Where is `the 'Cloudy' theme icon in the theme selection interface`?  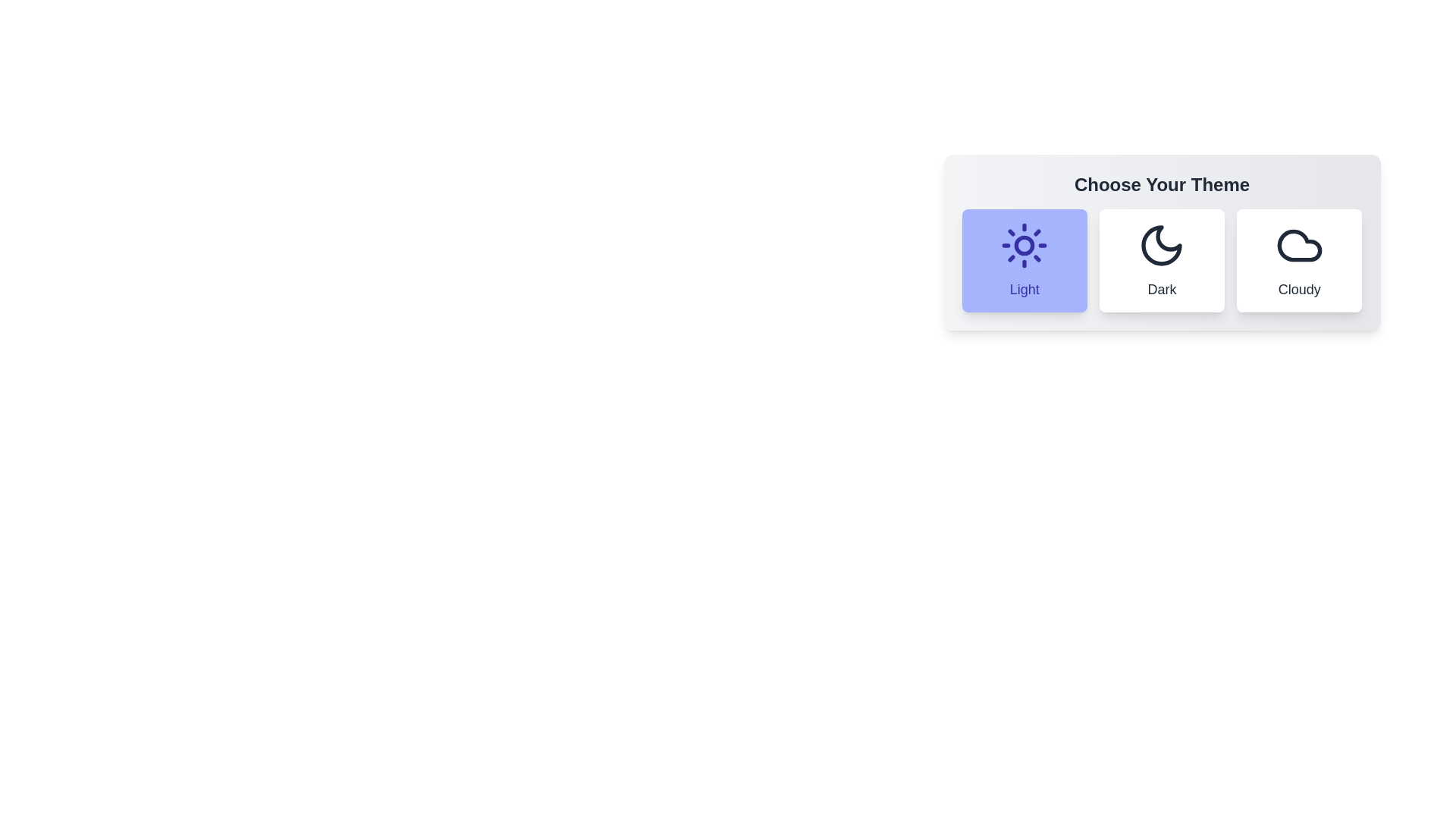
the 'Cloudy' theme icon in the theme selection interface is located at coordinates (1298, 245).